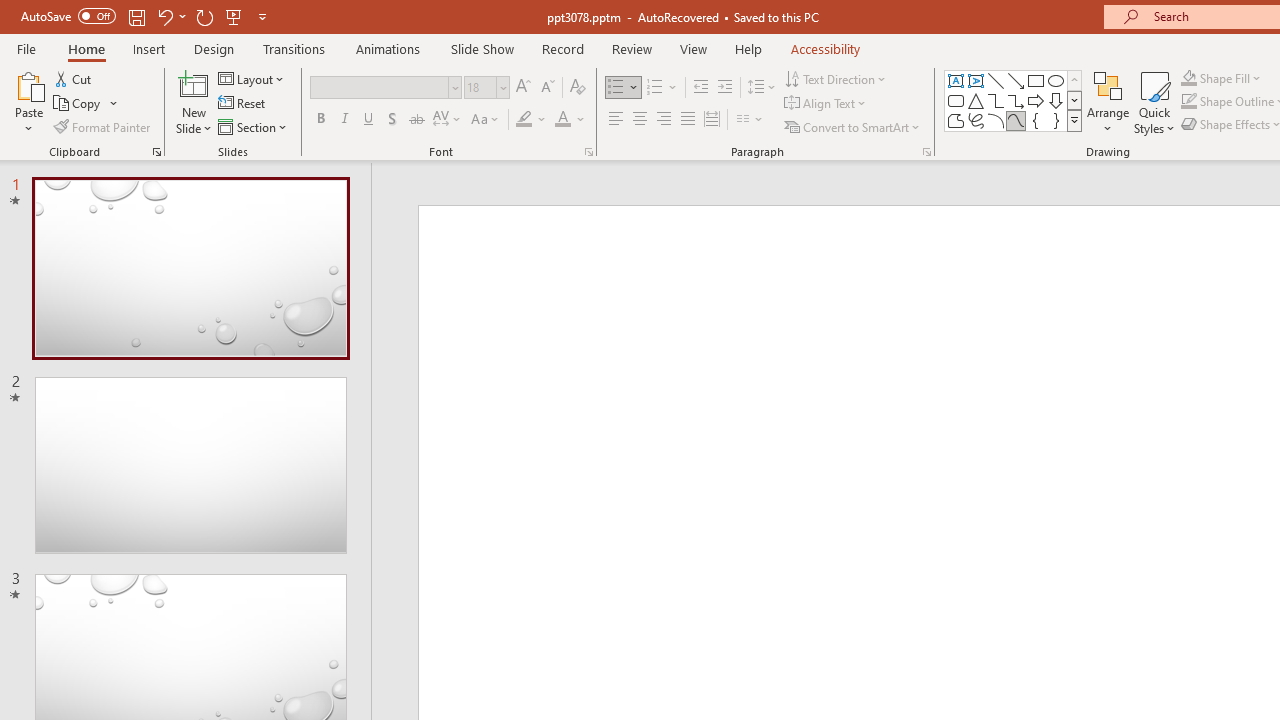  What do you see at coordinates (826, 103) in the screenshot?
I see `'Align Text'` at bounding box center [826, 103].